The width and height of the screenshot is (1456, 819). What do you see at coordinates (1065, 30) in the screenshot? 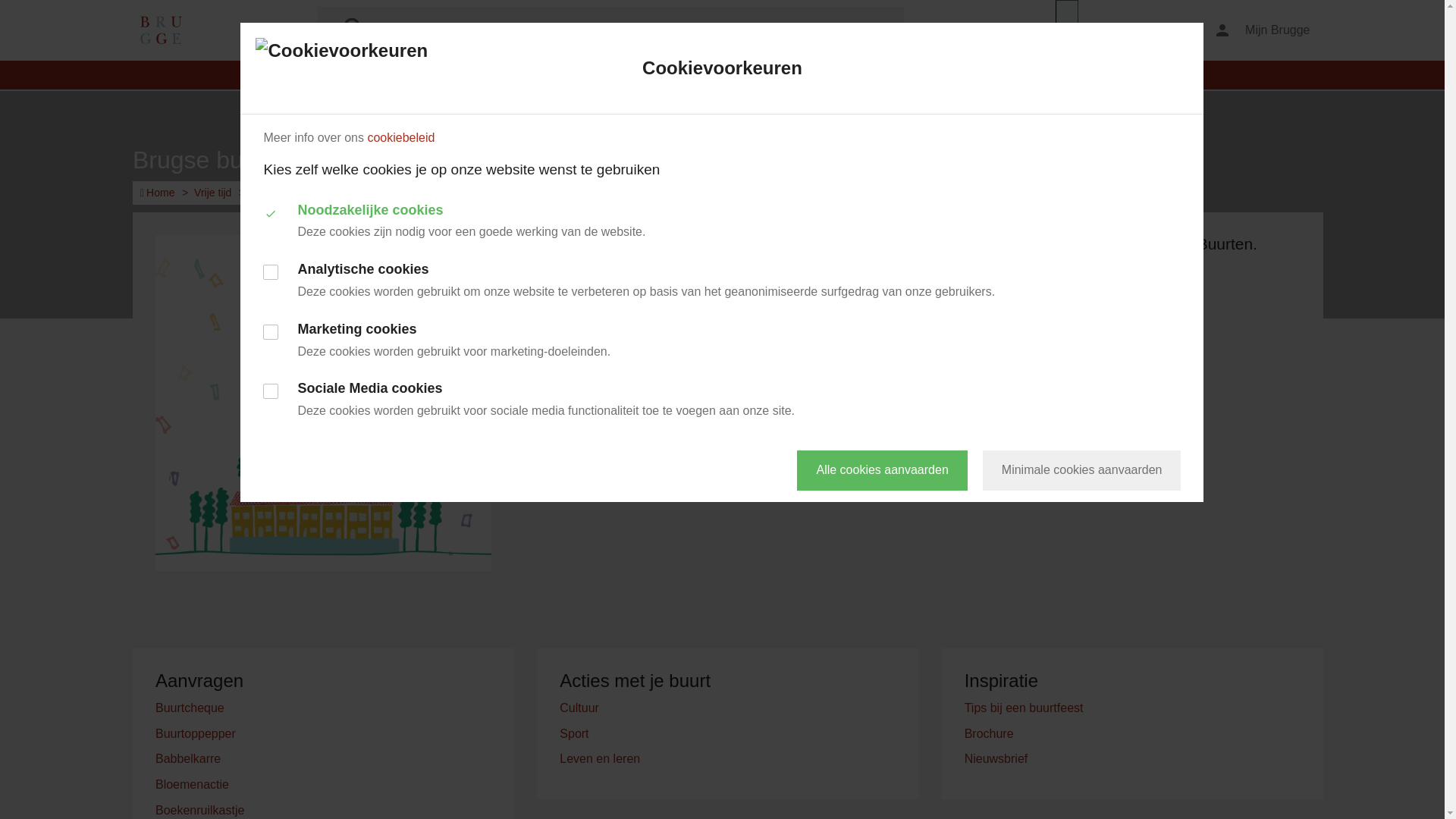
I see `'webReader menu'` at bounding box center [1065, 30].